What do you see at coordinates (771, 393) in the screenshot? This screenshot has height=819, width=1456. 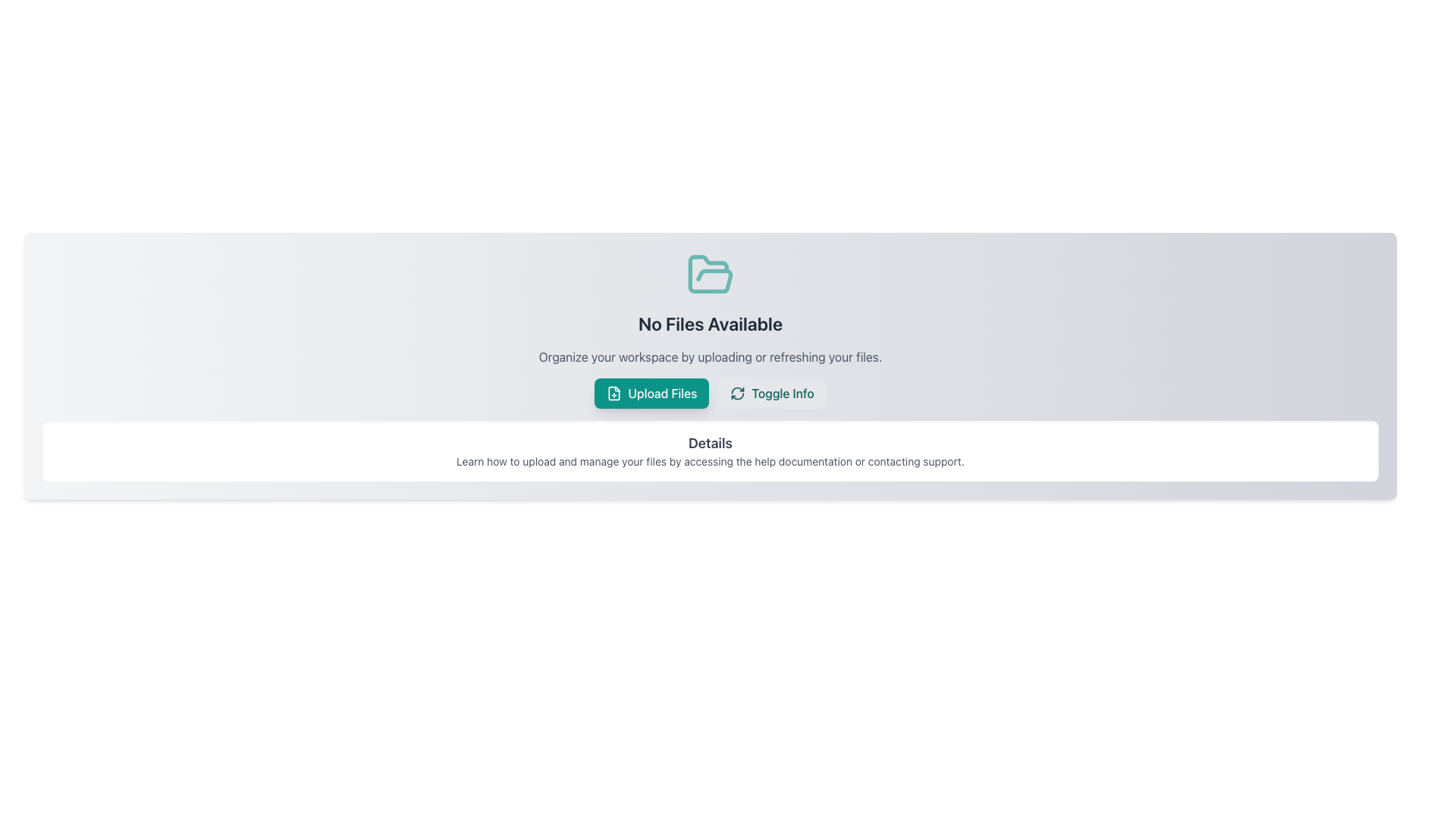 I see `the 'Toggle Info' button, which is a rounded rectangle with teal text and a refresh icon` at bounding box center [771, 393].